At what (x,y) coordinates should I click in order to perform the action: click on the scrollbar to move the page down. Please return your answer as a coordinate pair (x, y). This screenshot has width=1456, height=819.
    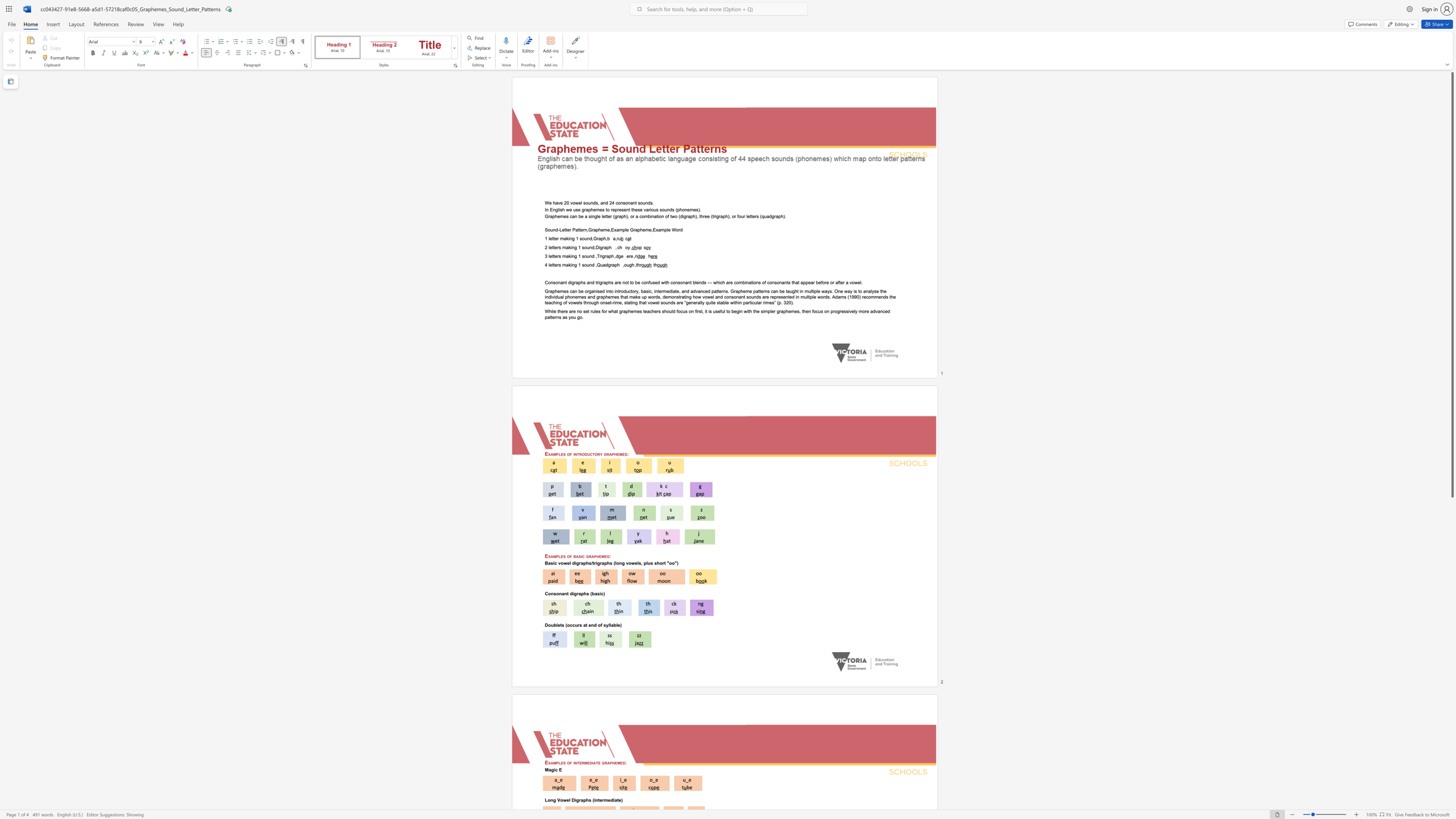
    Looking at the image, I should click on (1451, 522).